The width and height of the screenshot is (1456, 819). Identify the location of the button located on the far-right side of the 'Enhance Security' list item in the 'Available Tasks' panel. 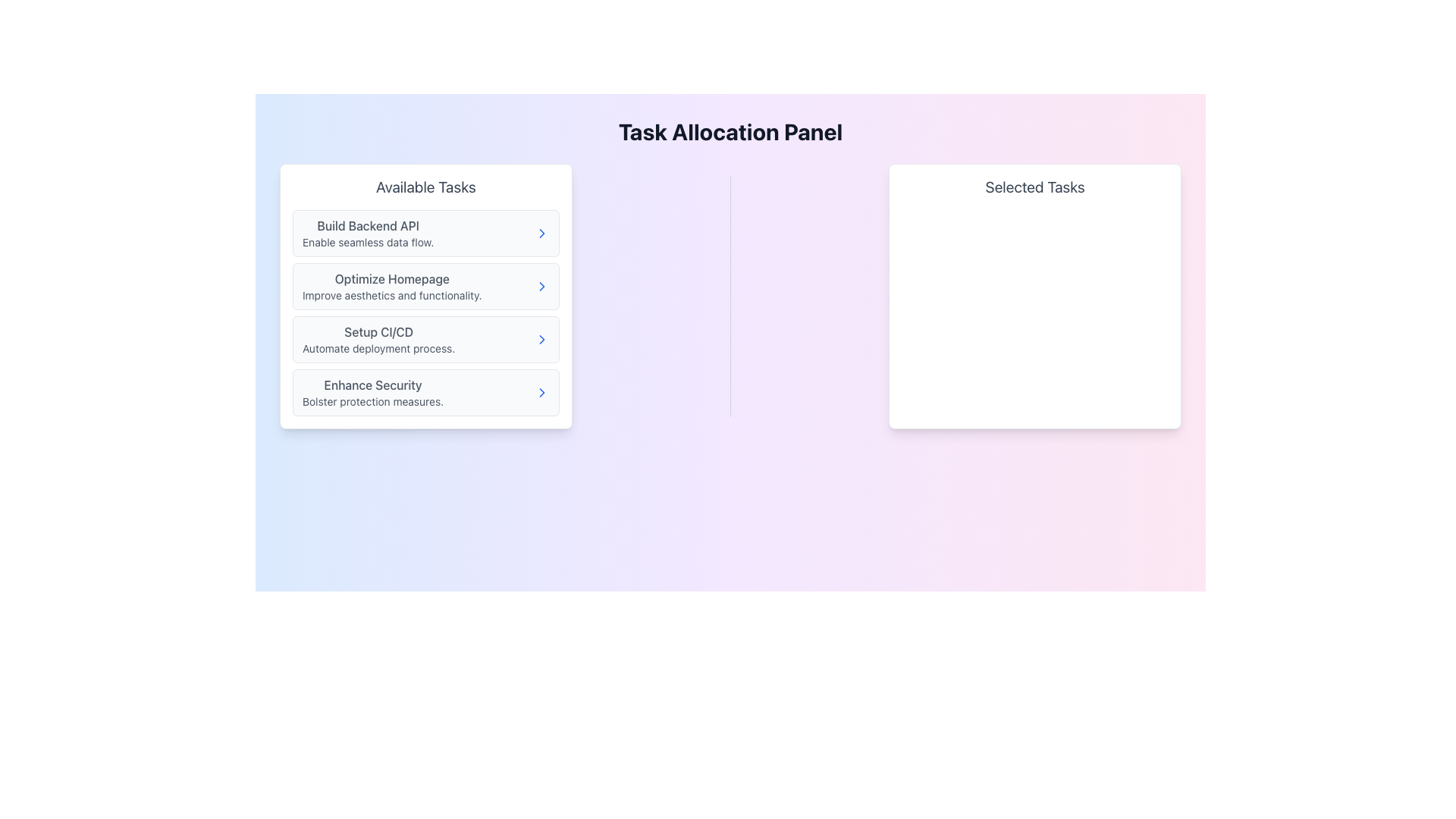
(541, 391).